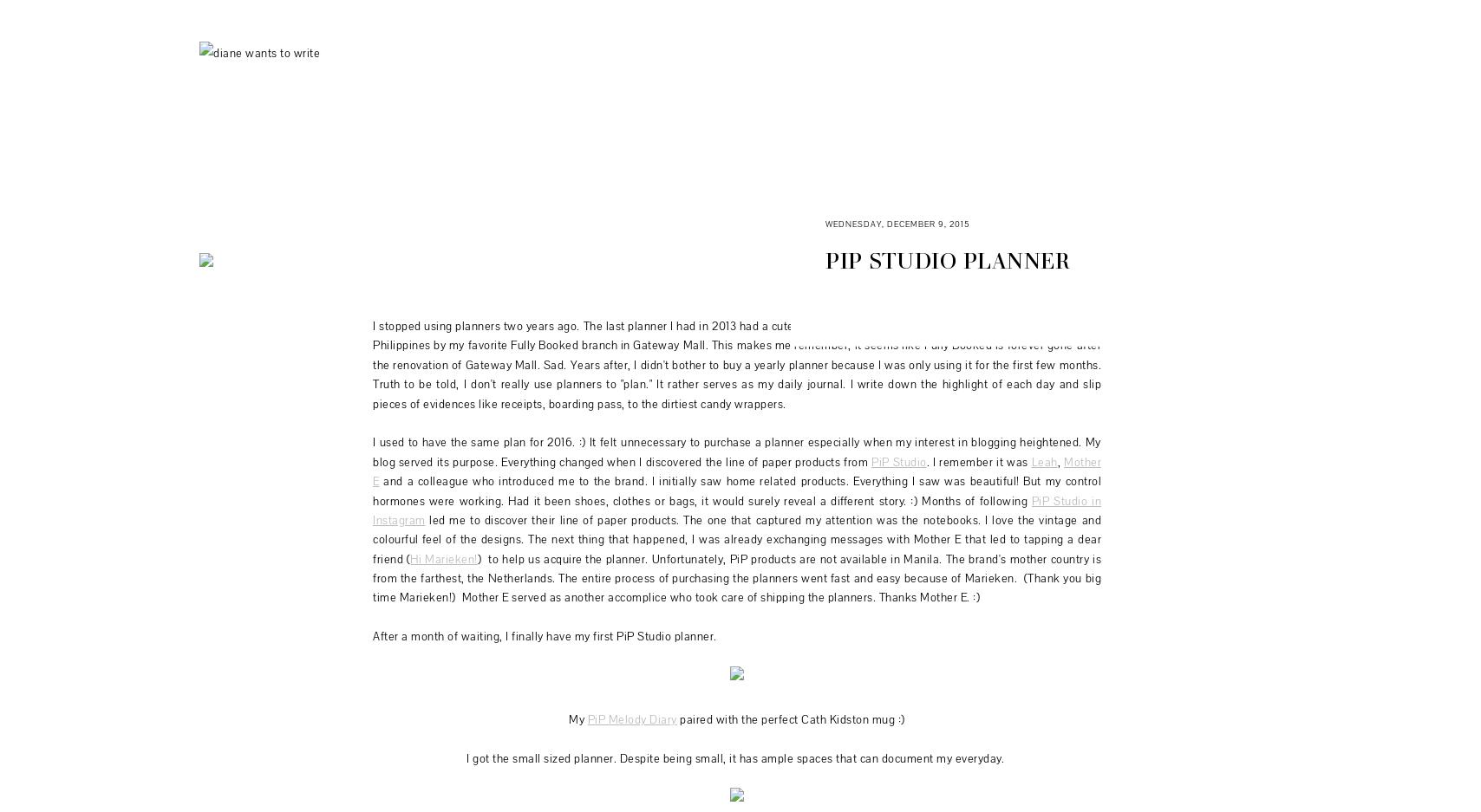  Describe the element at coordinates (577, 718) in the screenshot. I see `'My'` at that location.